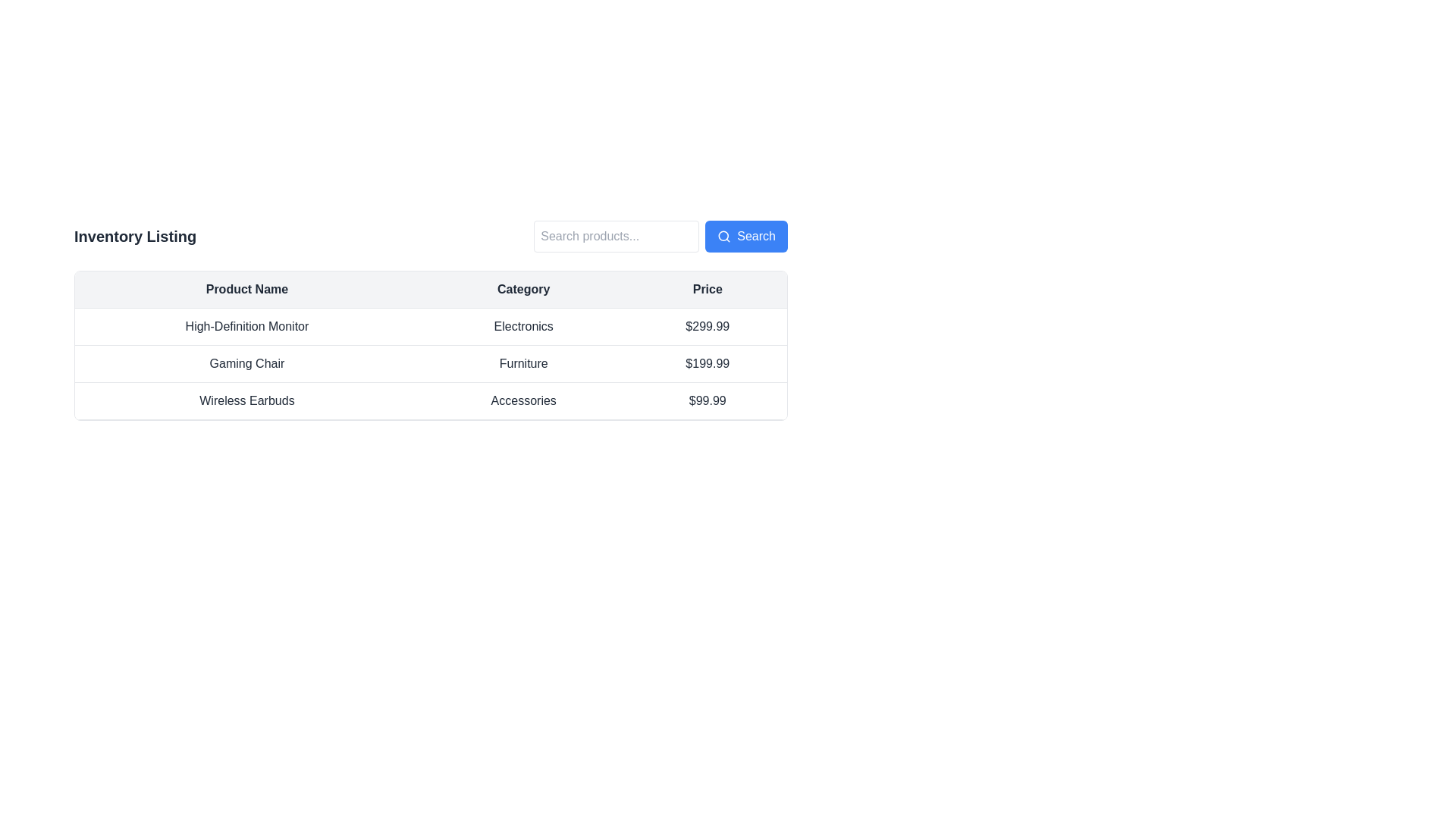 Image resolution: width=1456 pixels, height=819 pixels. I want to click on the non-interactive text label displaying the price of the product 'Wireless Earbuds', located in the third row of a three-row table under the 'Price' column, so click(707, 400).